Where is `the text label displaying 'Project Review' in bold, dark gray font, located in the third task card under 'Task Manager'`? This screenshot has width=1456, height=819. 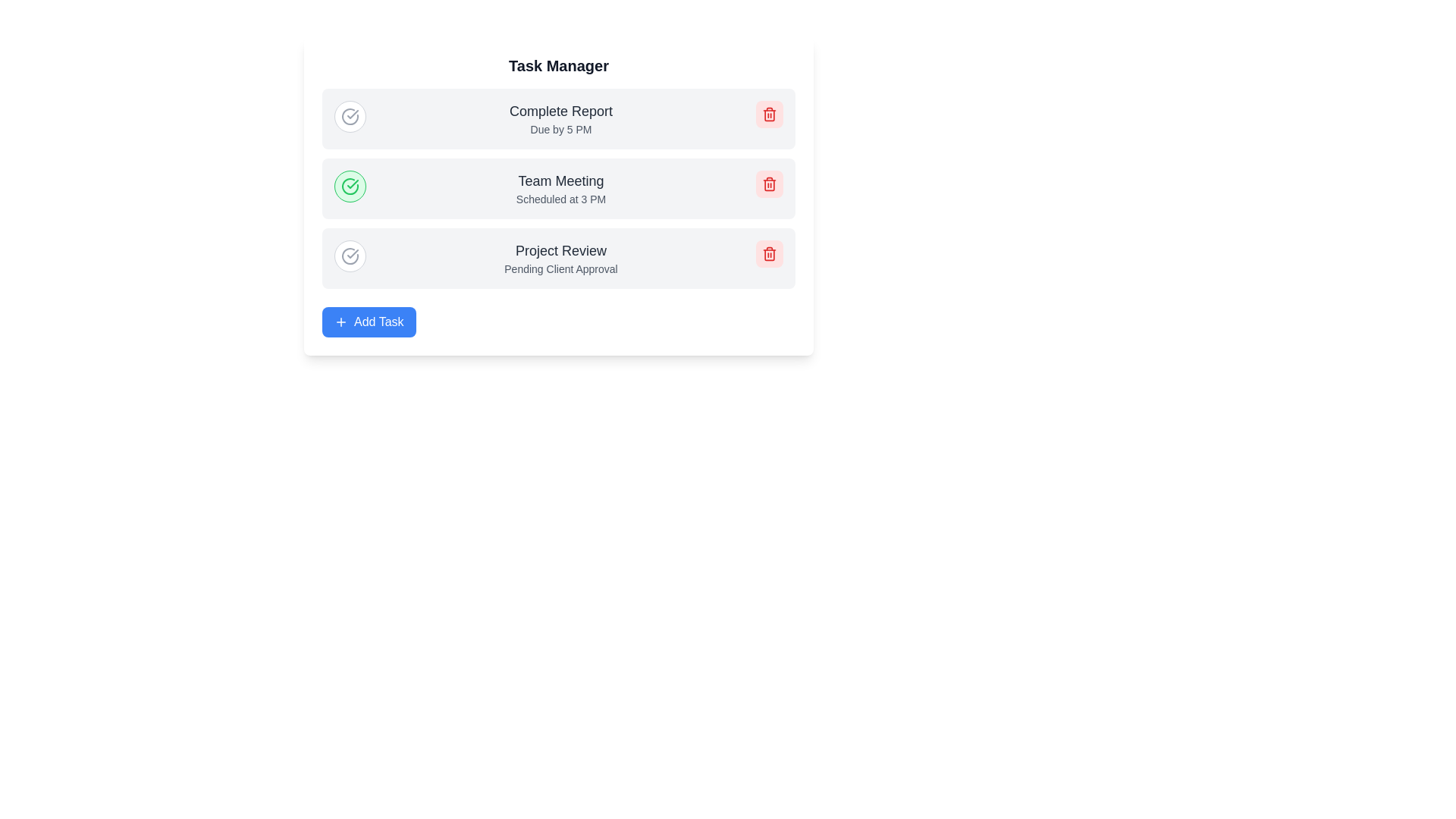
the text label displaying 'Project Review' in bold, dark gray font, located in the third task card under 'Task Manager' is located at coordinates (560, 250).